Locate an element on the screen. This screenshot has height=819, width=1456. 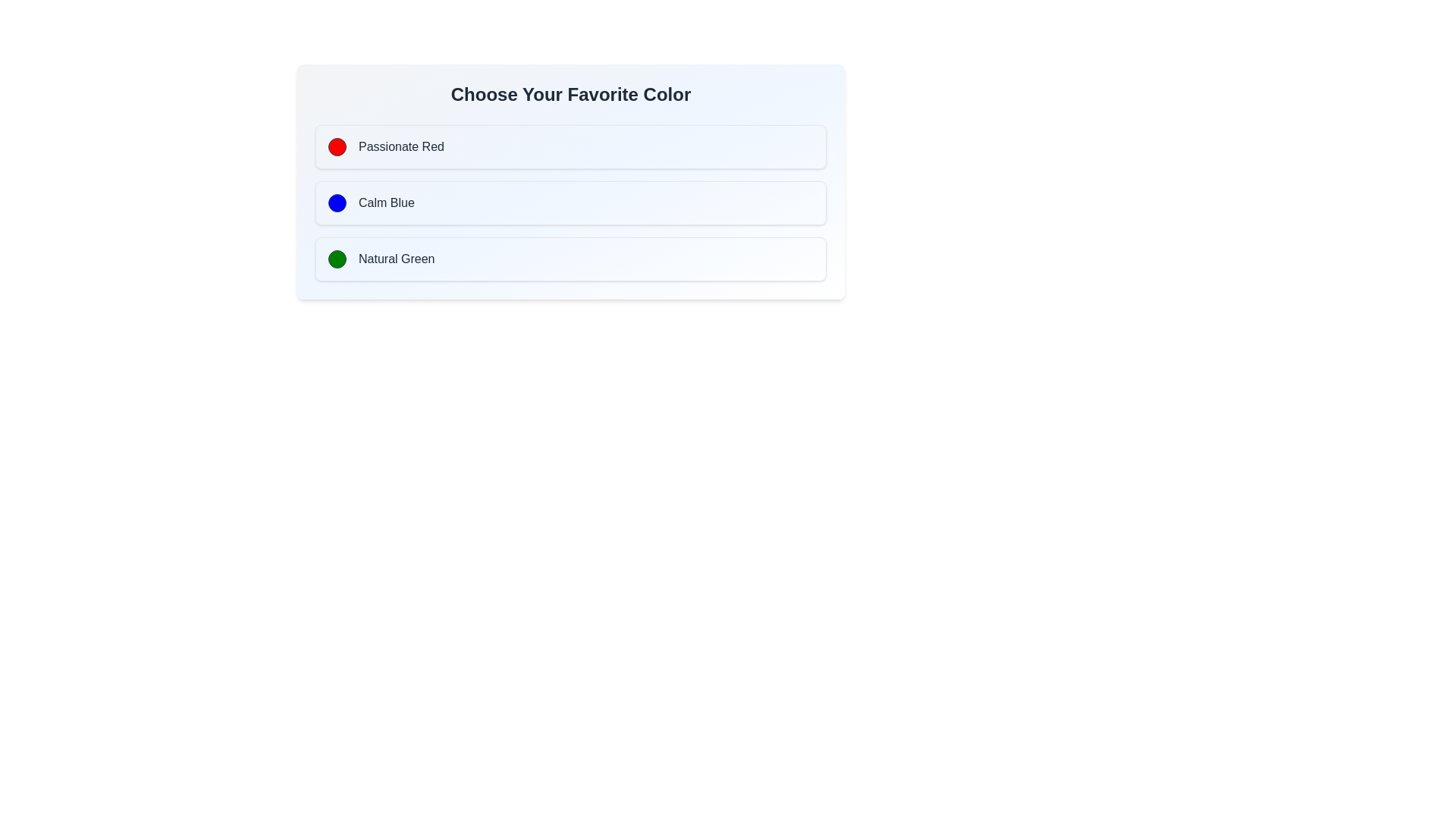
the text label reading 'Natural Green' is located at coordinates (397, 259).